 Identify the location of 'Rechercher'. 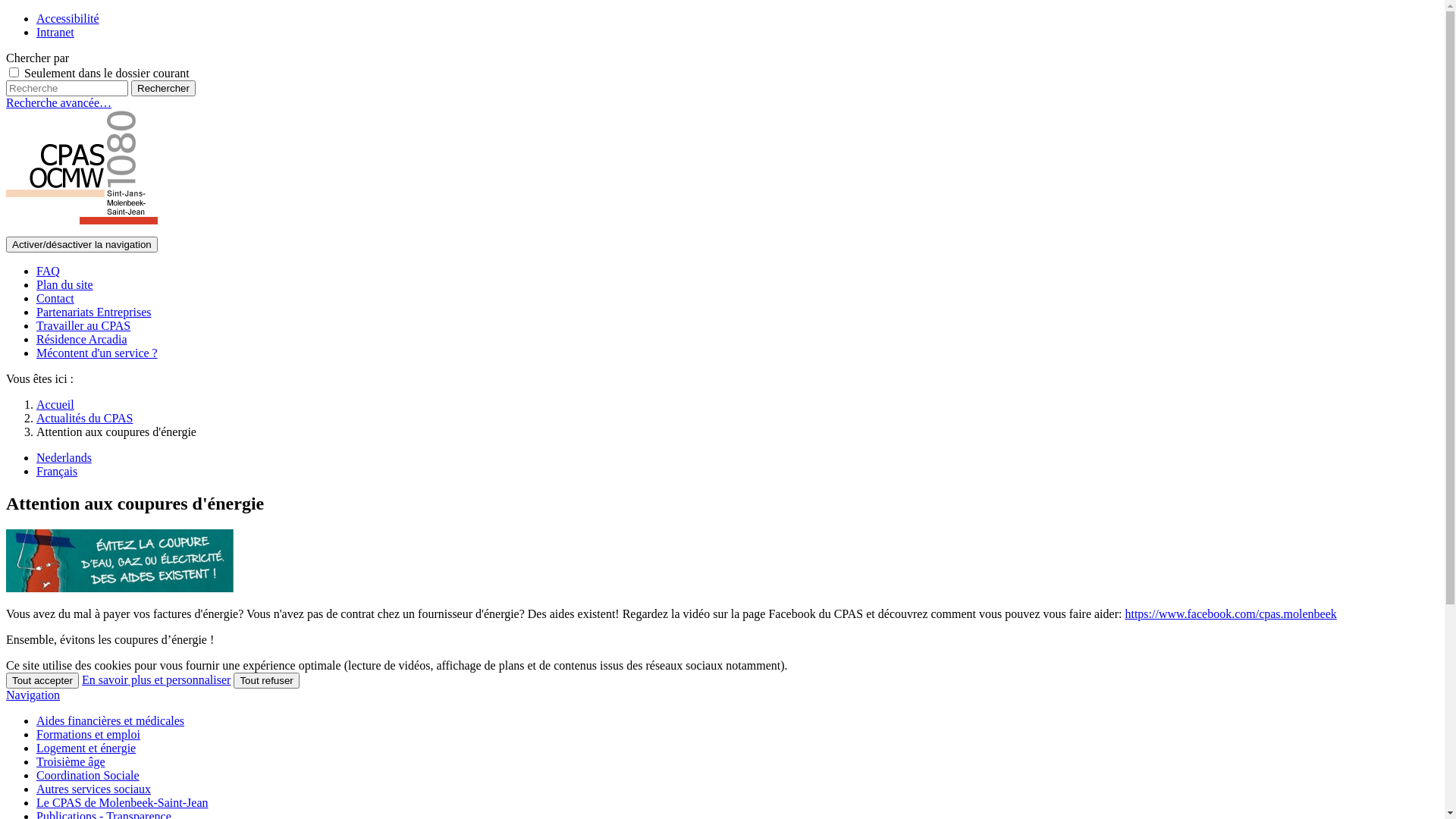
(163, 88).